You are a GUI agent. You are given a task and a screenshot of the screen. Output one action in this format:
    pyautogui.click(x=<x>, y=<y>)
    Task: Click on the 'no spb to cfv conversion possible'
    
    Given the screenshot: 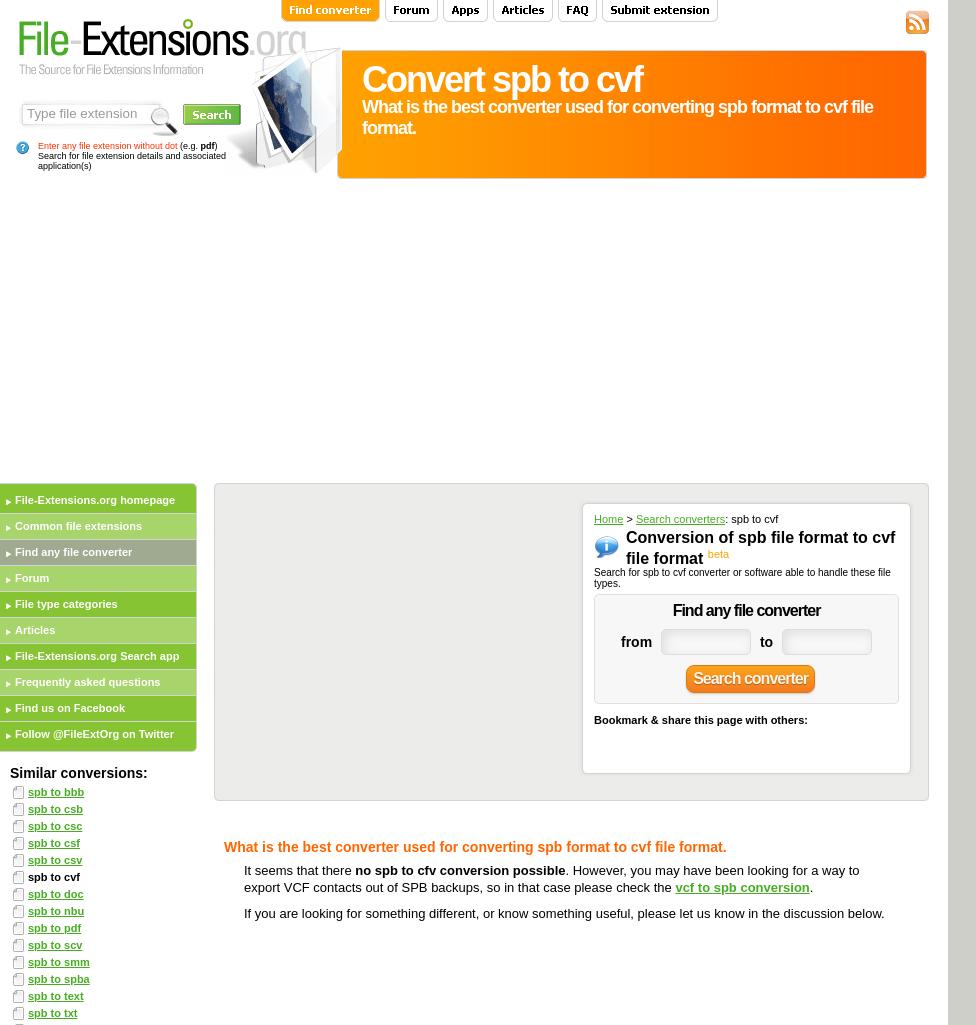 What is the action you would take?
    pyautogui.click(x=458, y=870)
    